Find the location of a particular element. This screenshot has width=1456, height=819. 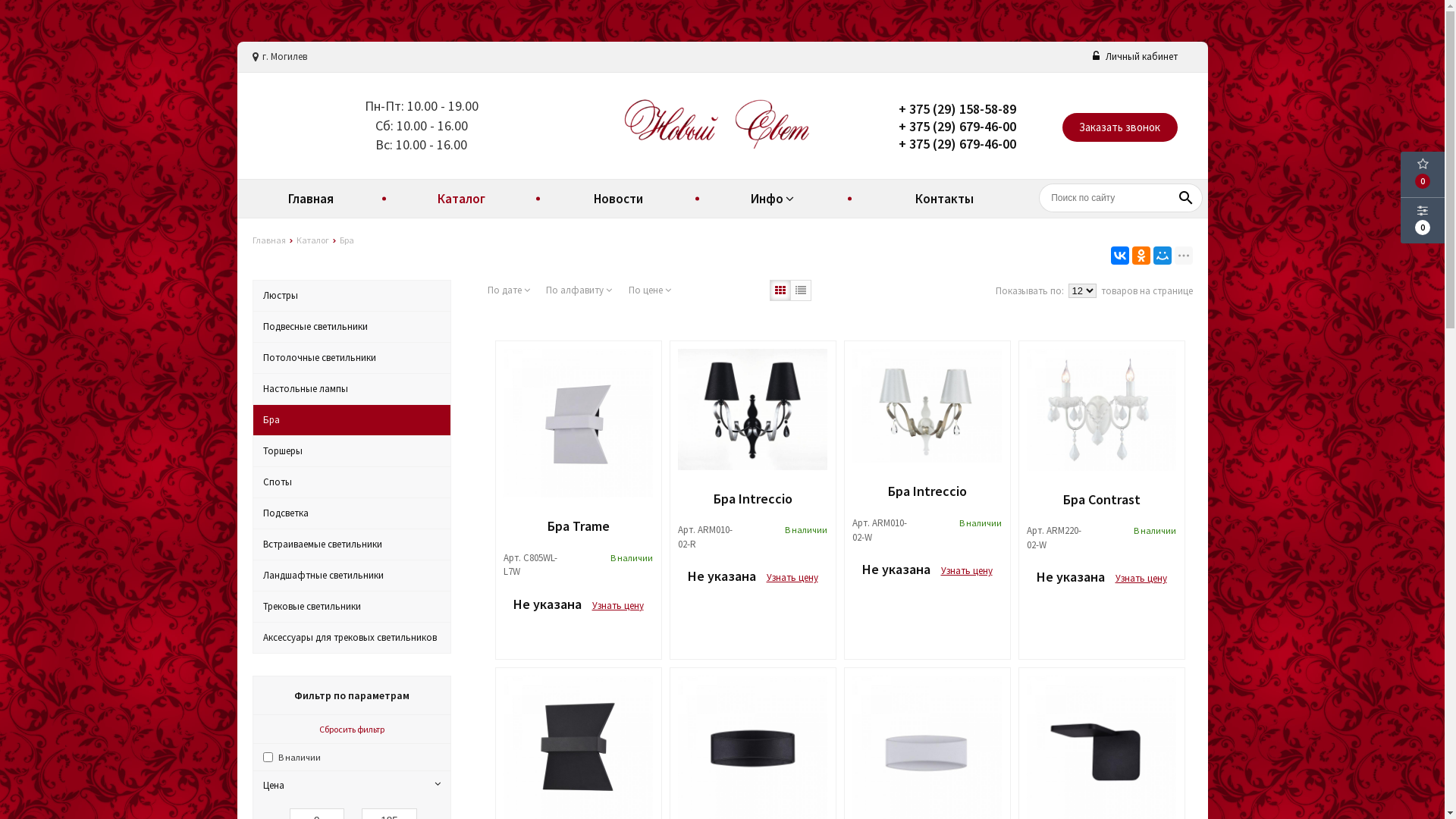

'+ 375 (29) 679-46-00' is located at coordinates (956, 125).